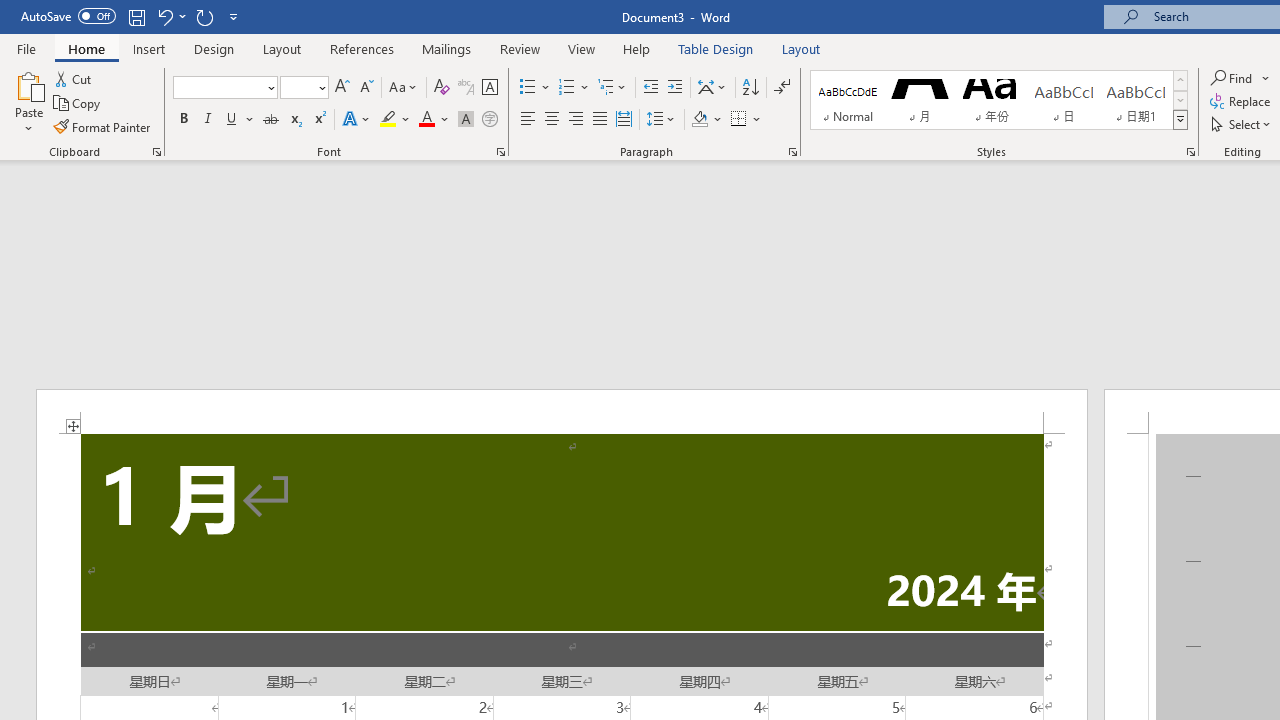 The width and height of the screenshot is (1280, 720). What do you see at coordinates (208, 119) in the screenshot?
I see `'Italic'` at bounding box center [208, 119].